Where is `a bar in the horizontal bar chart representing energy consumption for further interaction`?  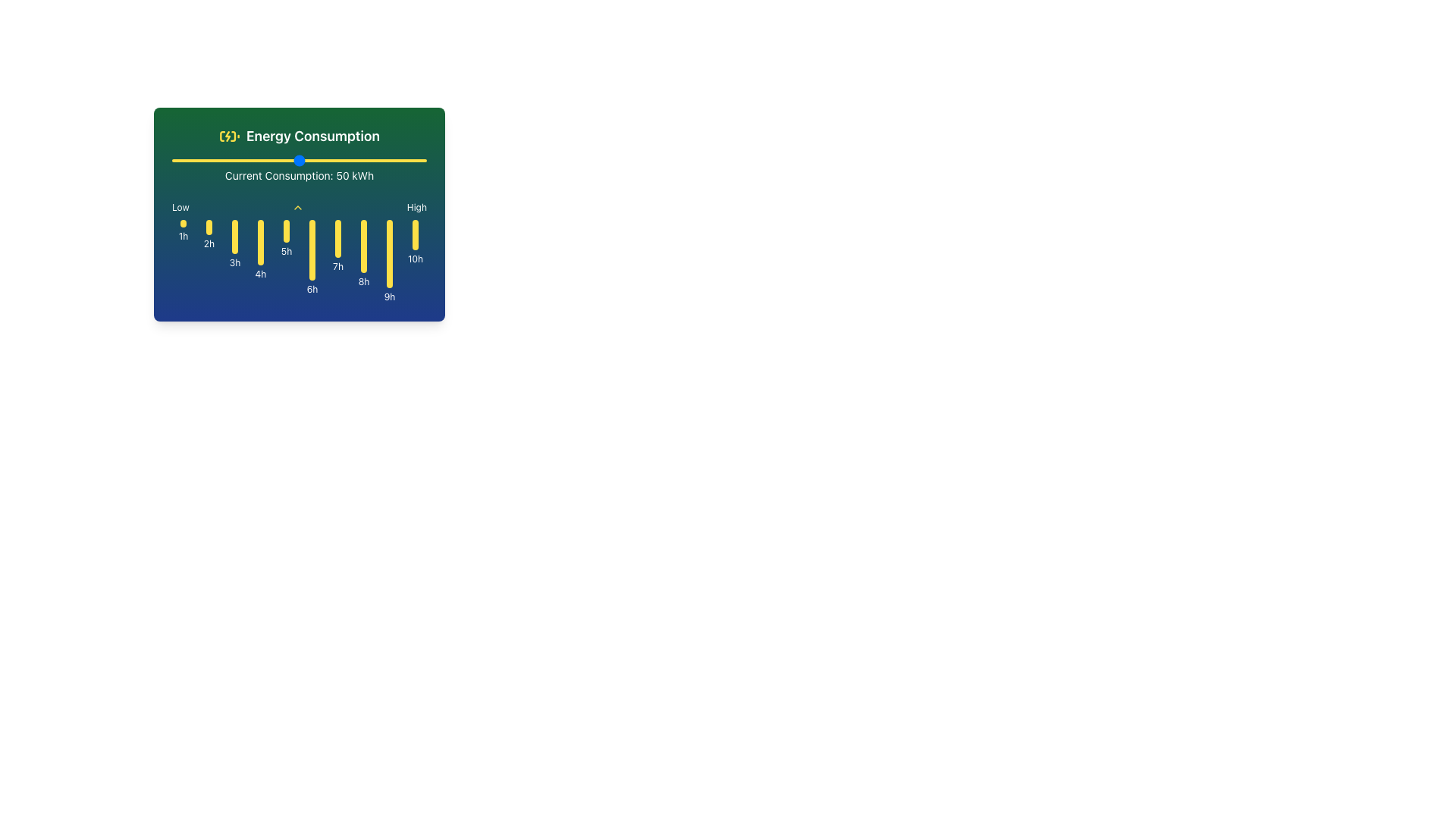 a bar in the horizontal bar chart representing energy consumption for further interaction is located at coordinates (299, 260).